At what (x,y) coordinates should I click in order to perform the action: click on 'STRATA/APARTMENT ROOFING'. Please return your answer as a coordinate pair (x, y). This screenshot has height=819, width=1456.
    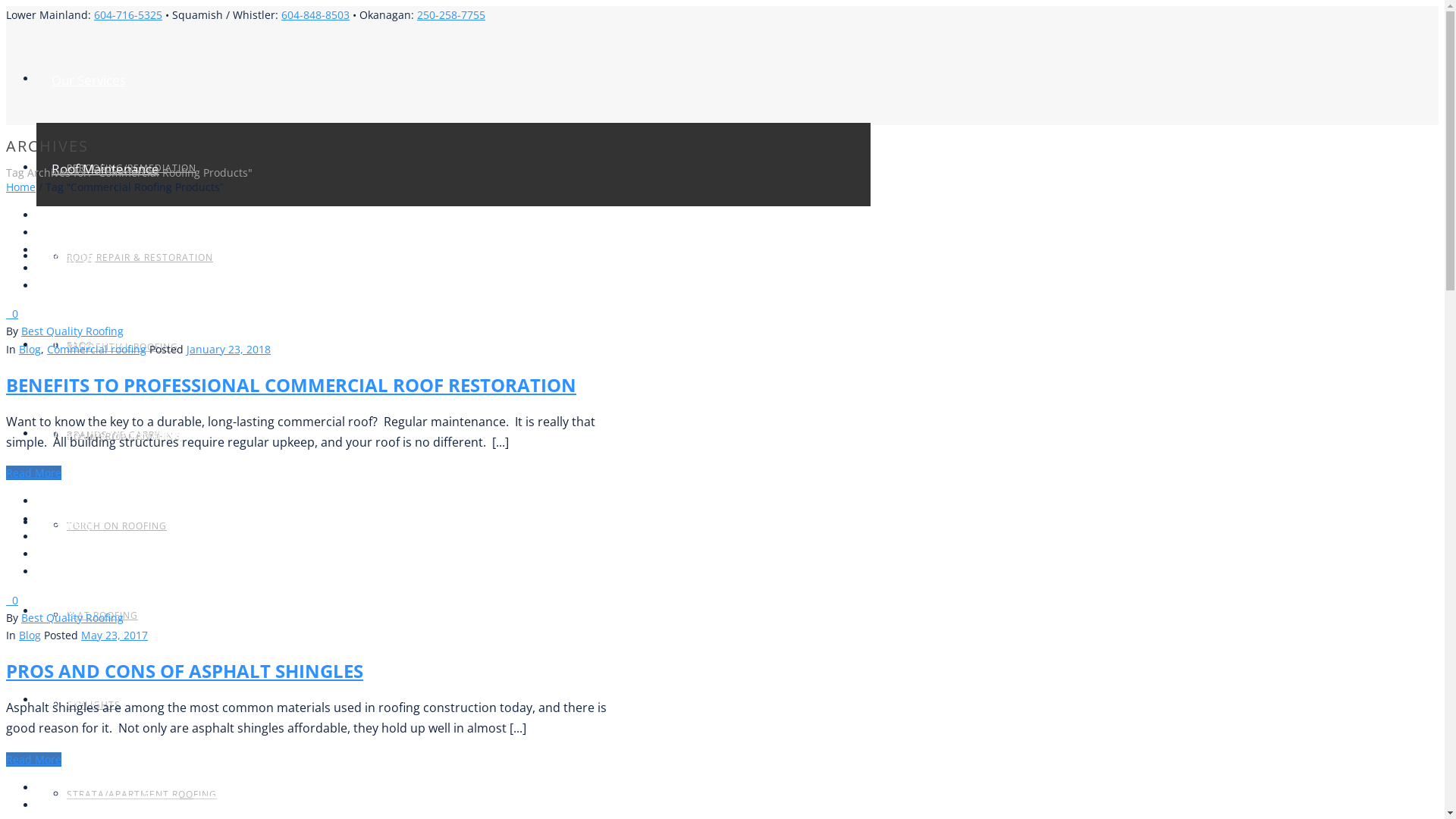
    Looking at the image, I should click on (65, 793).